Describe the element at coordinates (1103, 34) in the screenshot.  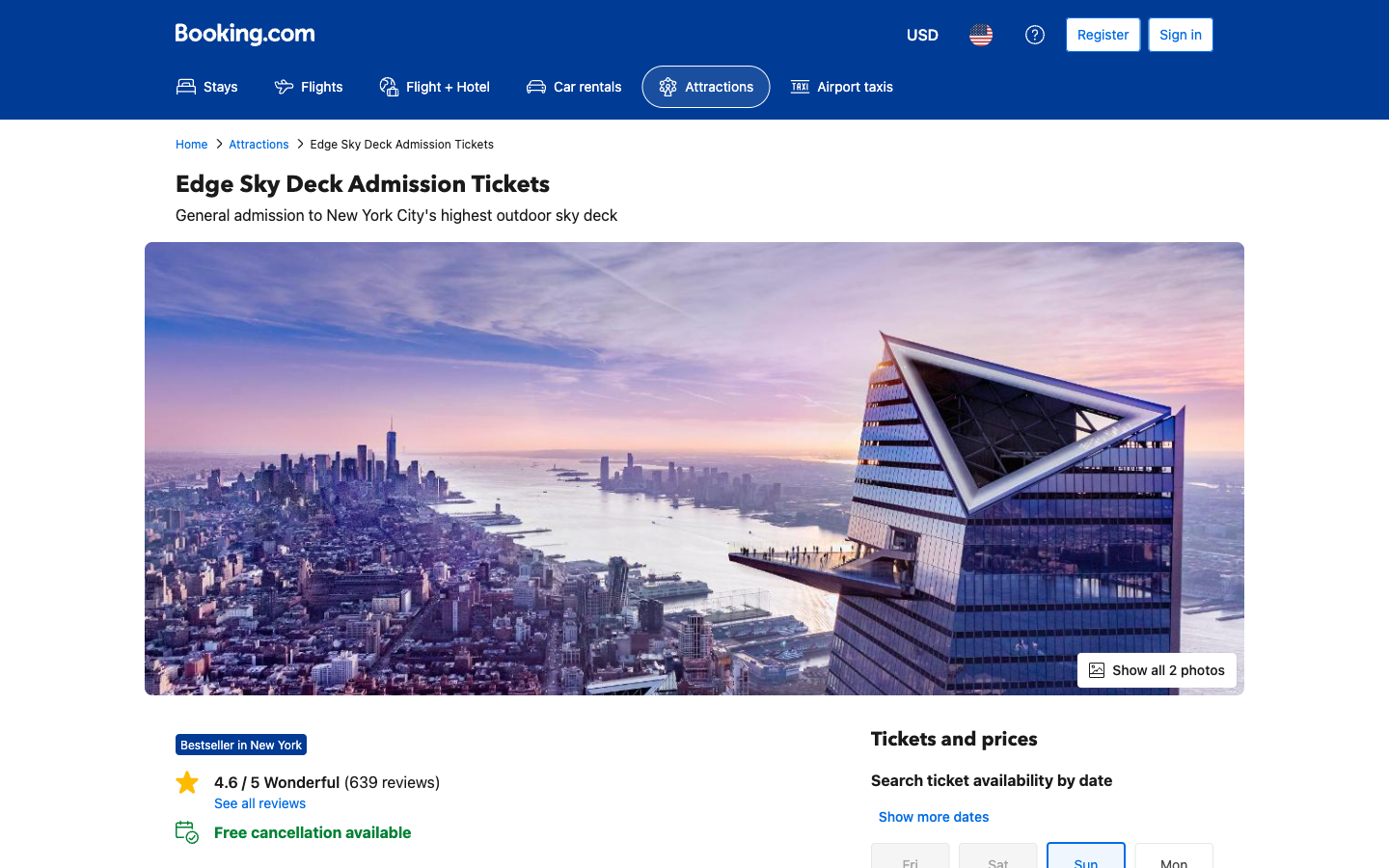
I see `up a new account` at that location.